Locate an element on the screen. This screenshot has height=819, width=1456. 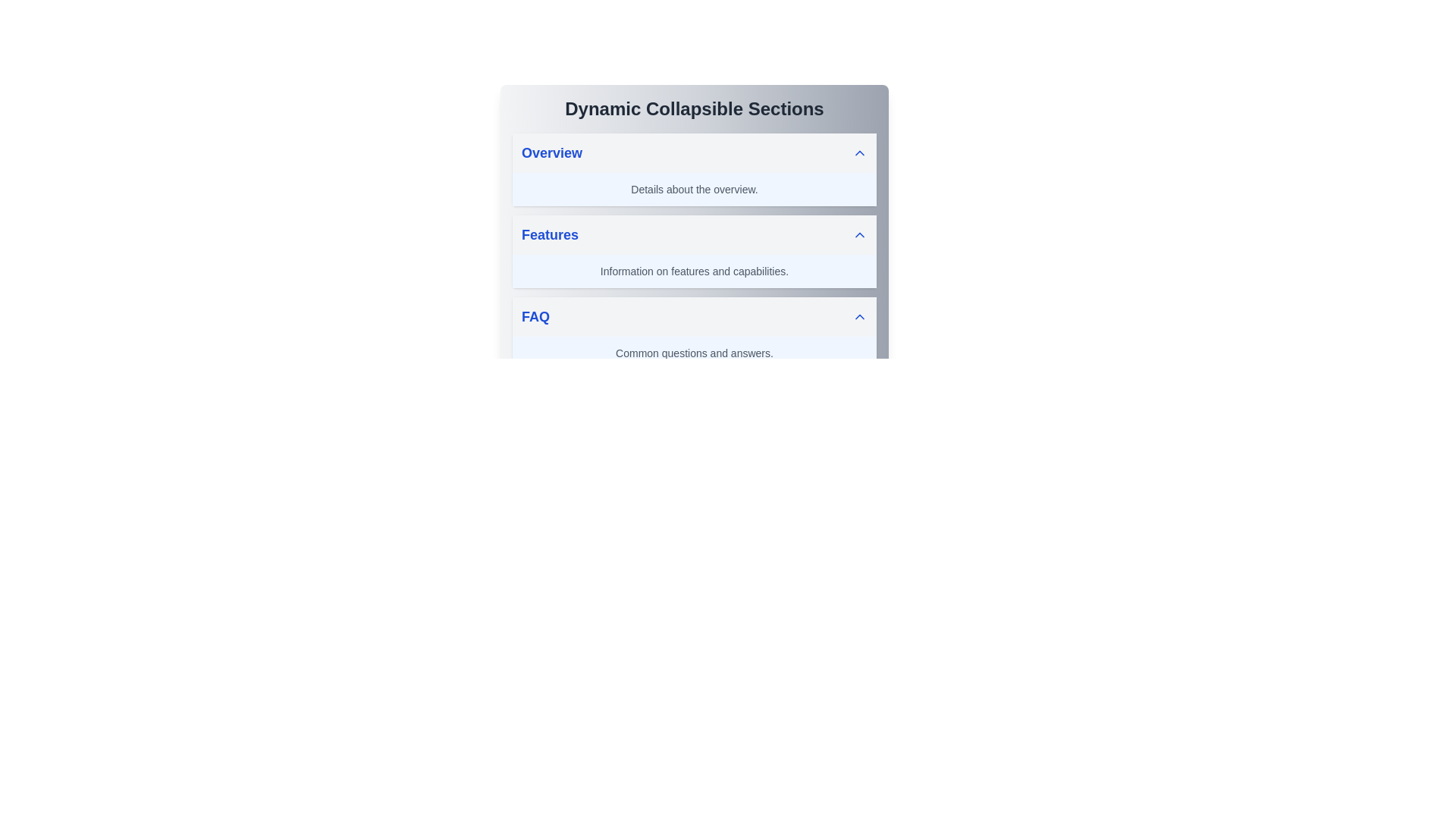
the 'FAQ' text label, styled in blue with bold font is located at coordinates (535, 315).